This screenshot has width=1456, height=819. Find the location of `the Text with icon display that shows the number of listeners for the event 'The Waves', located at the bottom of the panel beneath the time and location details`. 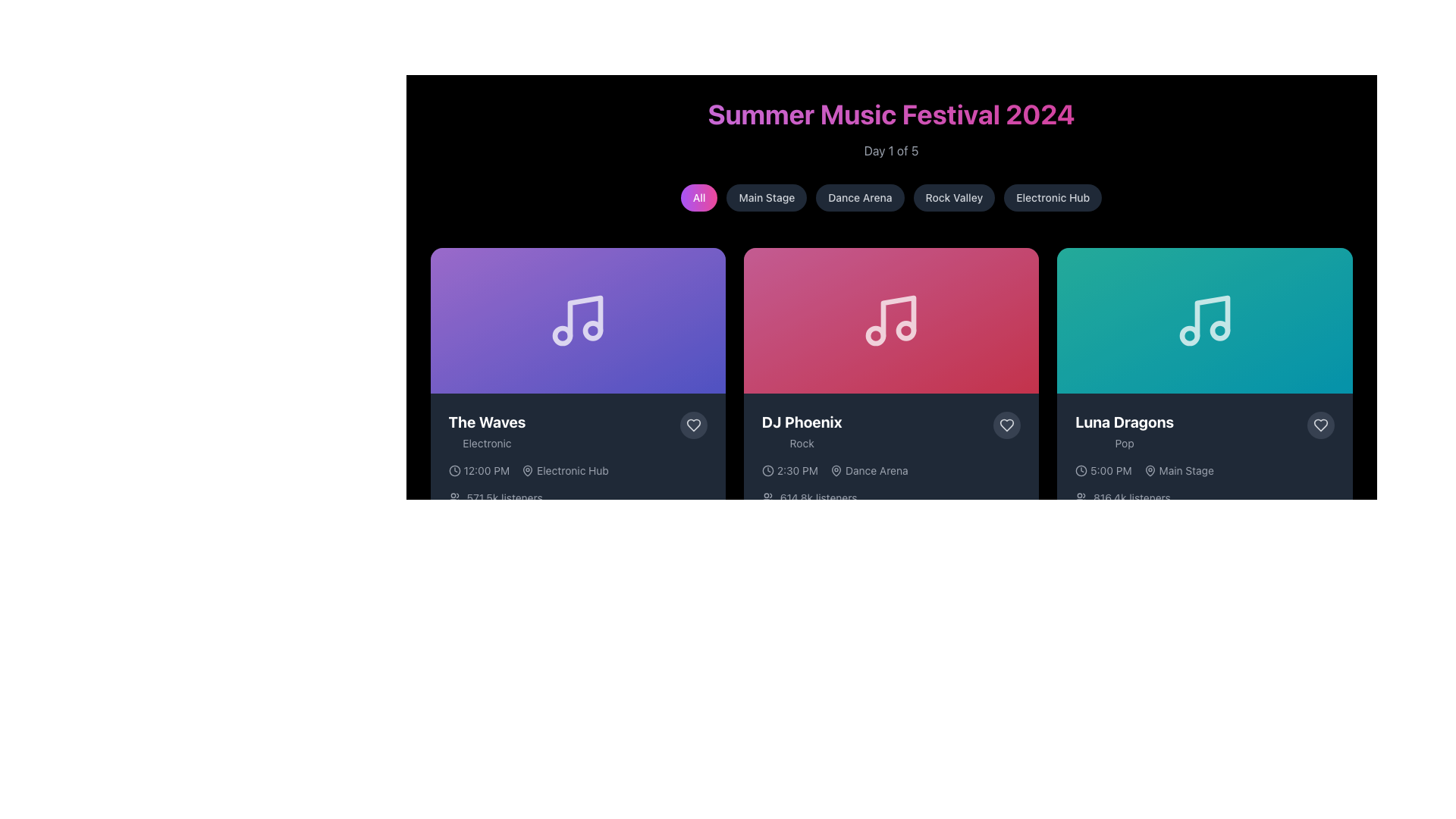

the Text with icon display that shows the number of listeners for the event 'The Waves', located at the bottom of the panel beneath the time and location details is located at coordinates (577, 497).